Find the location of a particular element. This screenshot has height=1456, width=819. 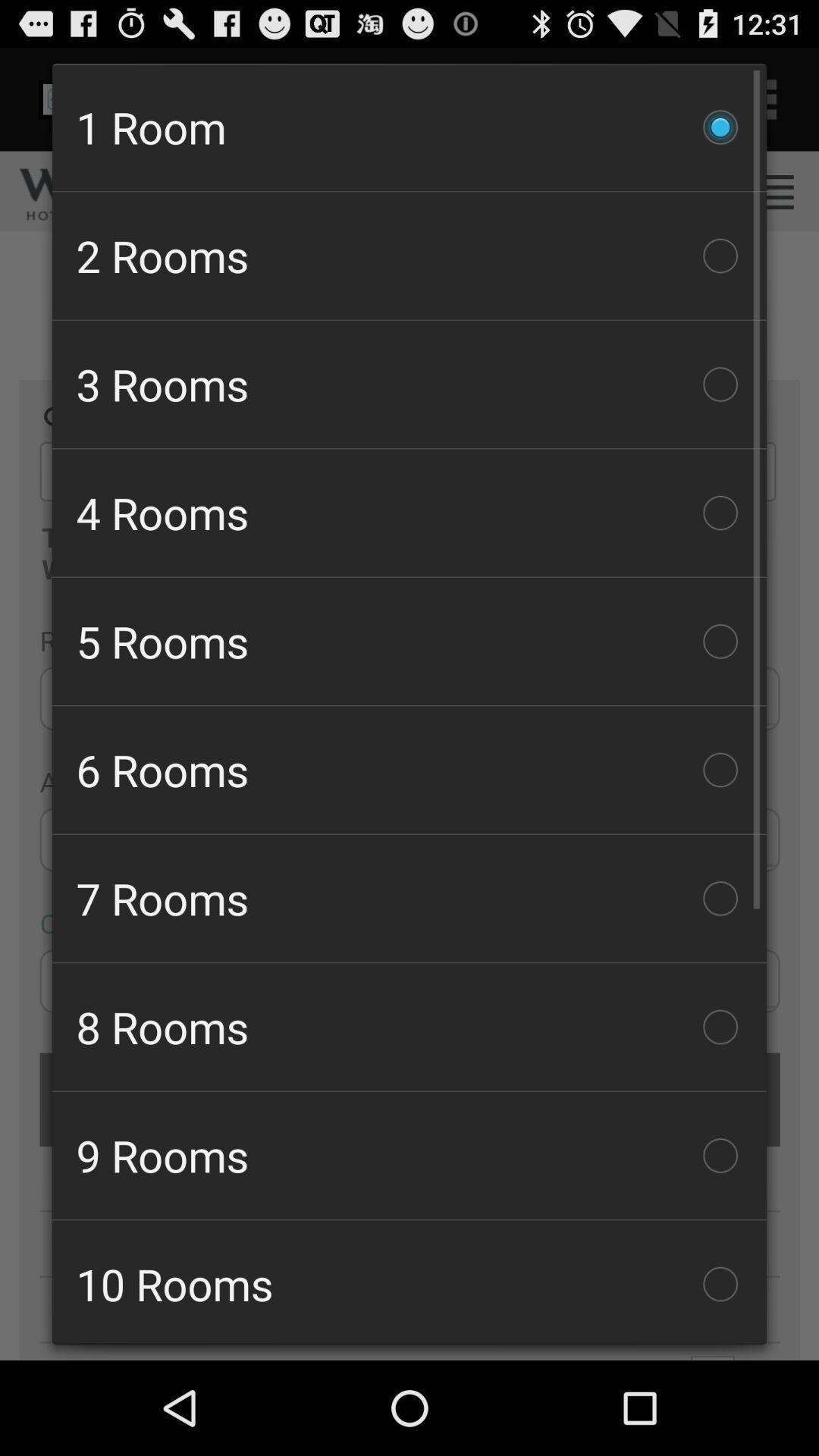

the checkbox above 6 rooms is located at coordinates (409, 641).